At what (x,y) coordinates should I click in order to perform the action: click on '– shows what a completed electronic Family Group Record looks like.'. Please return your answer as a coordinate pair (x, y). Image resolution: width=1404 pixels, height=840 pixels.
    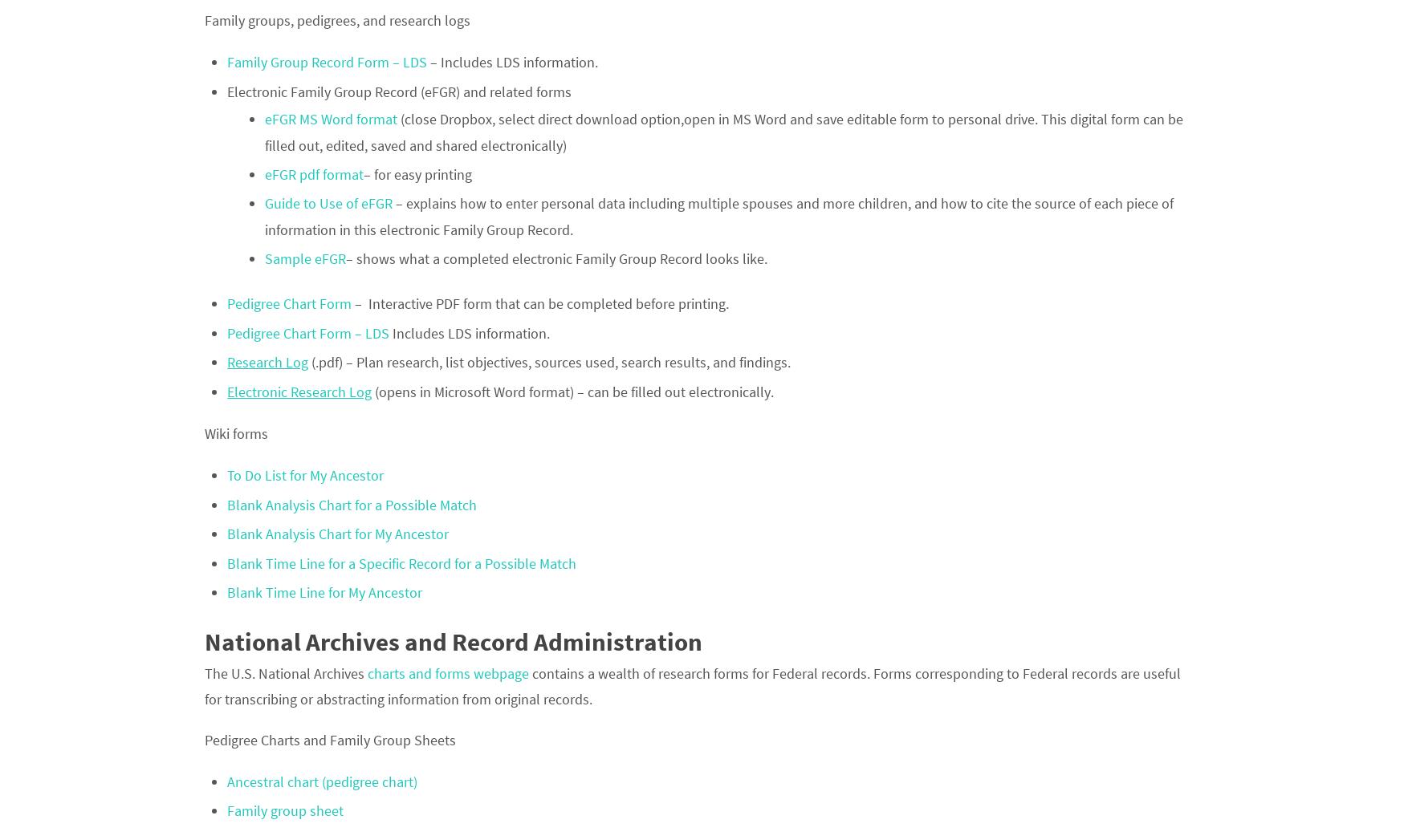
    Looking at the image, I should click on (555, 258).